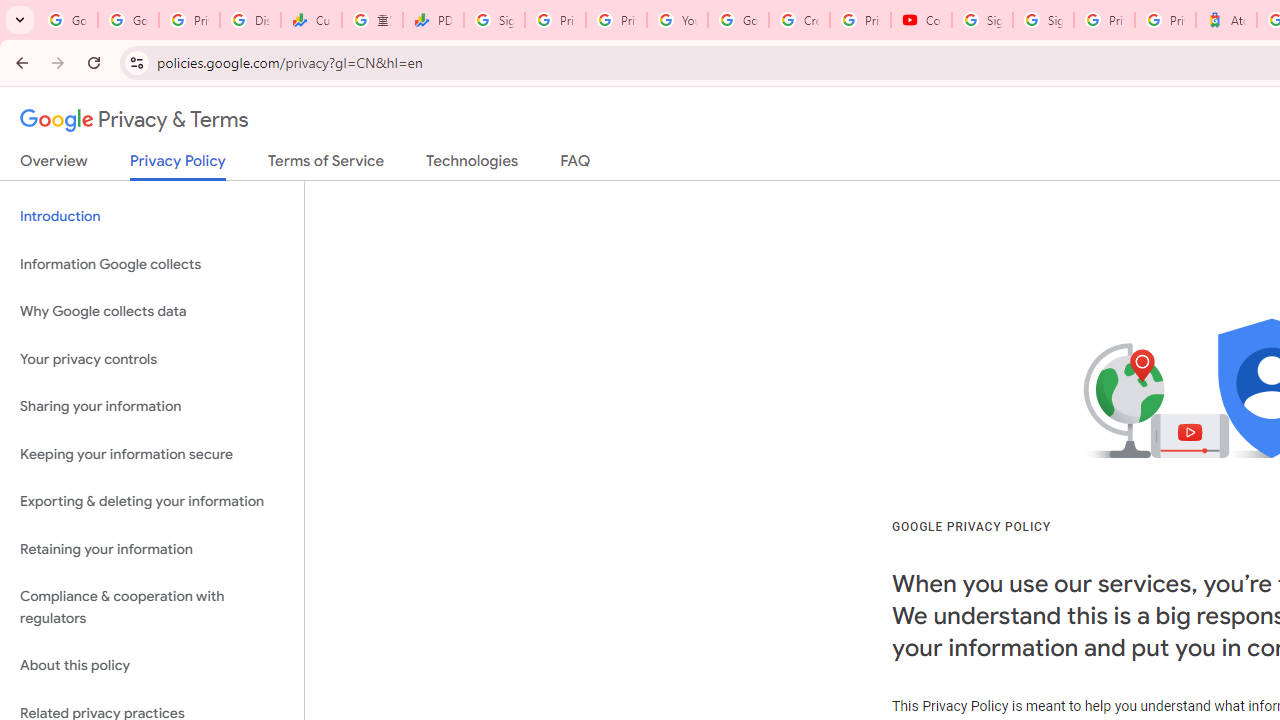 This screenshot has height=720, width=1280. I want to click on 'Exporting & deleting your information', so click(151, 501).